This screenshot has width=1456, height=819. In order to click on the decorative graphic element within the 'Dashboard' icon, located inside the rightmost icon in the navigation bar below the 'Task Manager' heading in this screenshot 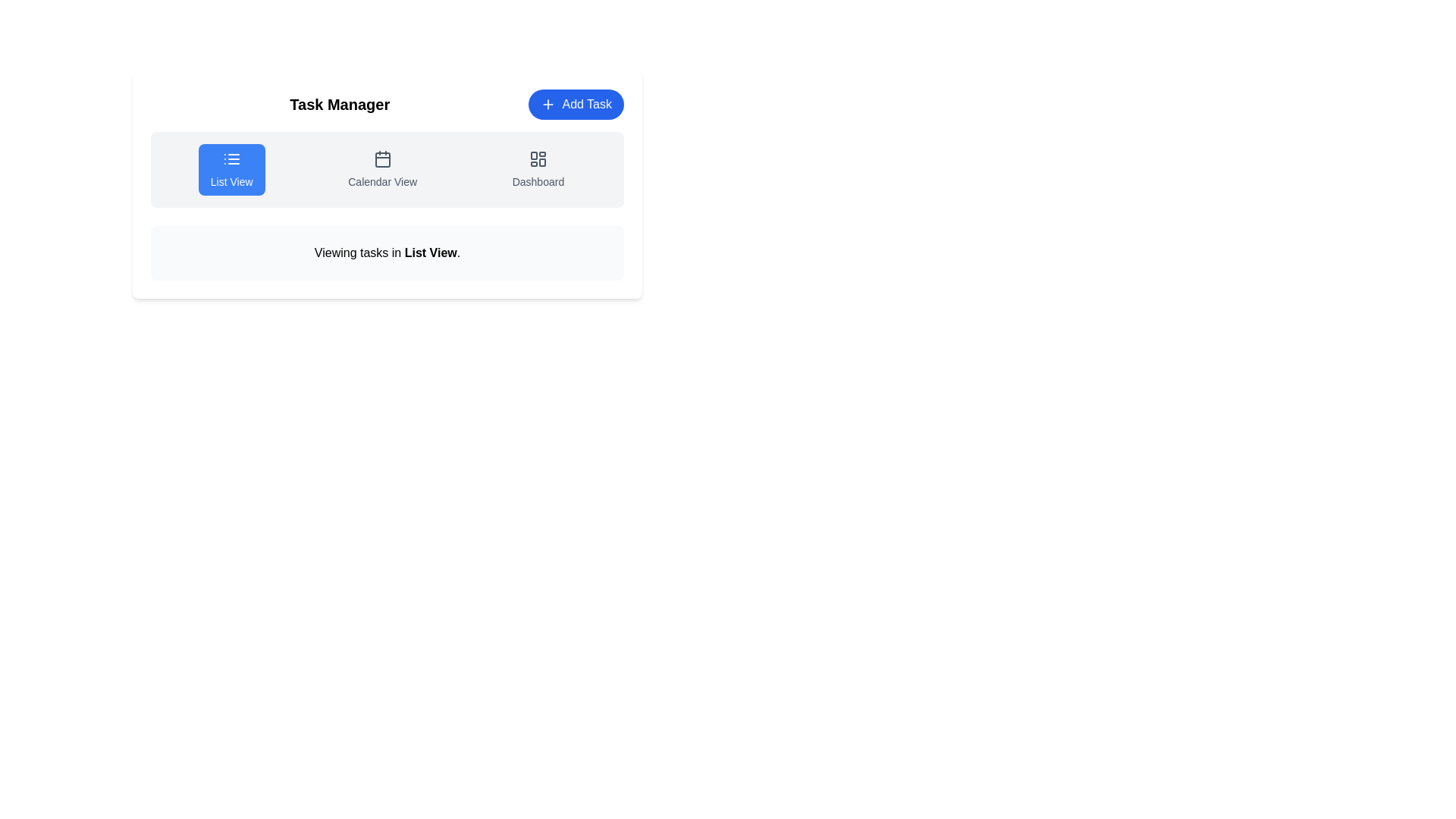, I will do `click(542, 162)`.